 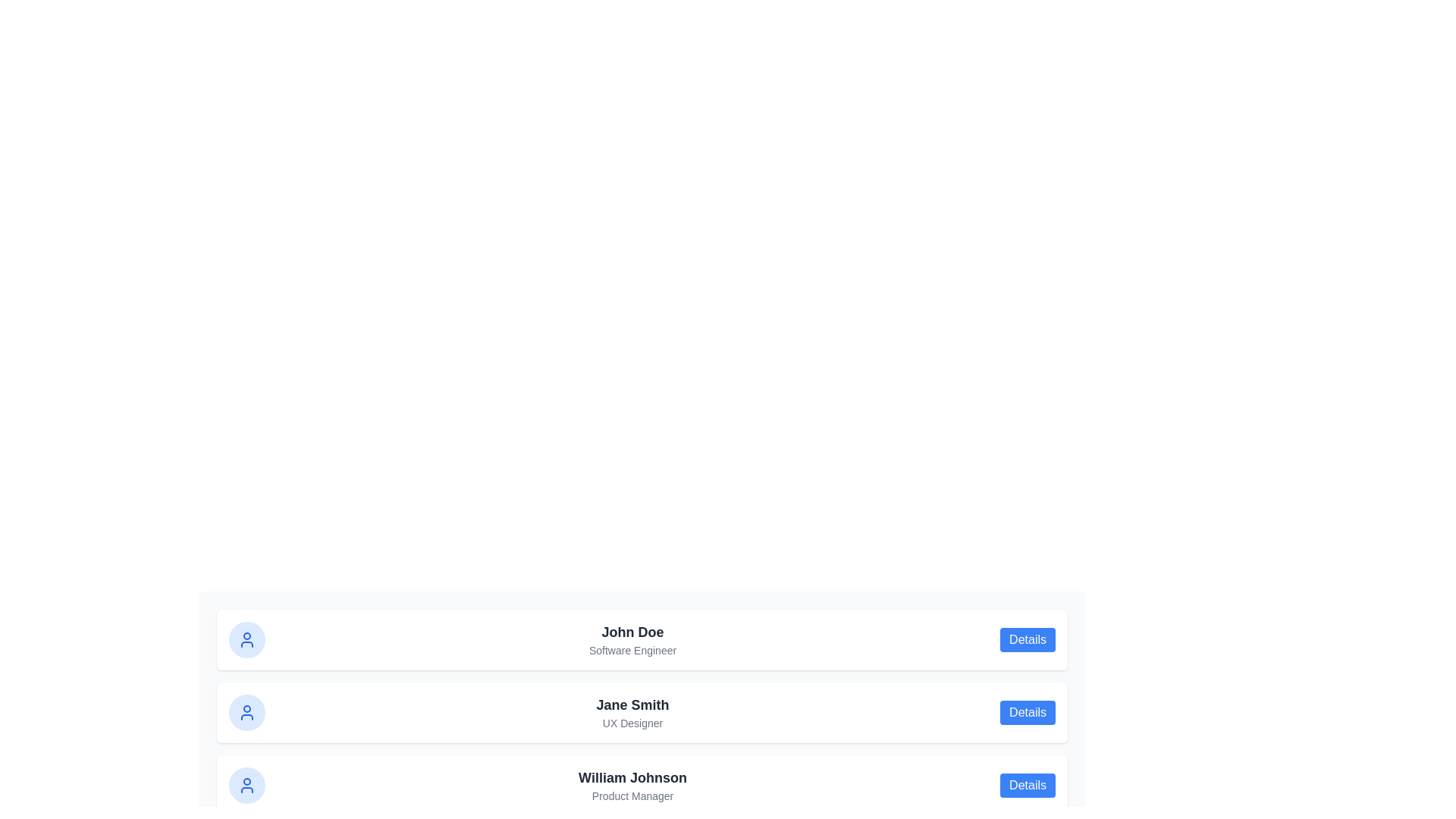 What do you see at coordinates (247, 785) in the screenshot?
I see `the user profile icon representing 'William Johnson, Product Manager' by moving the cursor to its center point` at bounding box center [247, 785].